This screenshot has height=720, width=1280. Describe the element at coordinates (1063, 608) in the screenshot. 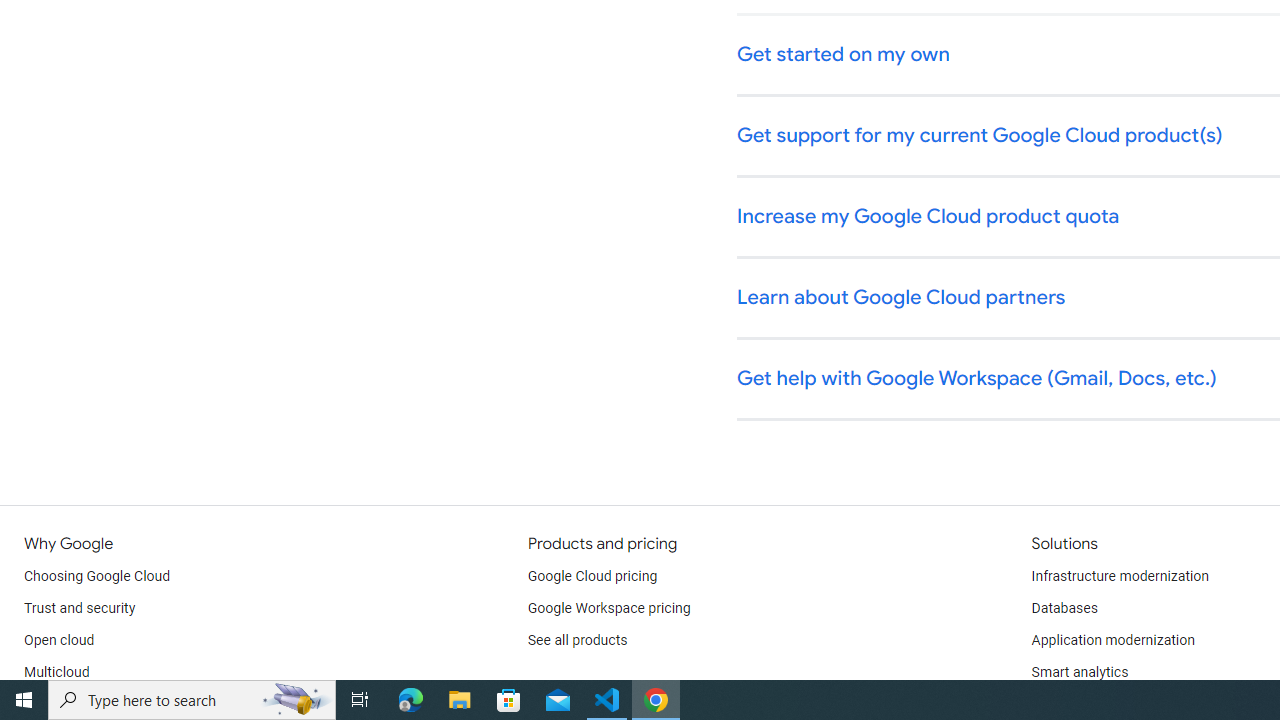

I see `'Databases'` at that location.